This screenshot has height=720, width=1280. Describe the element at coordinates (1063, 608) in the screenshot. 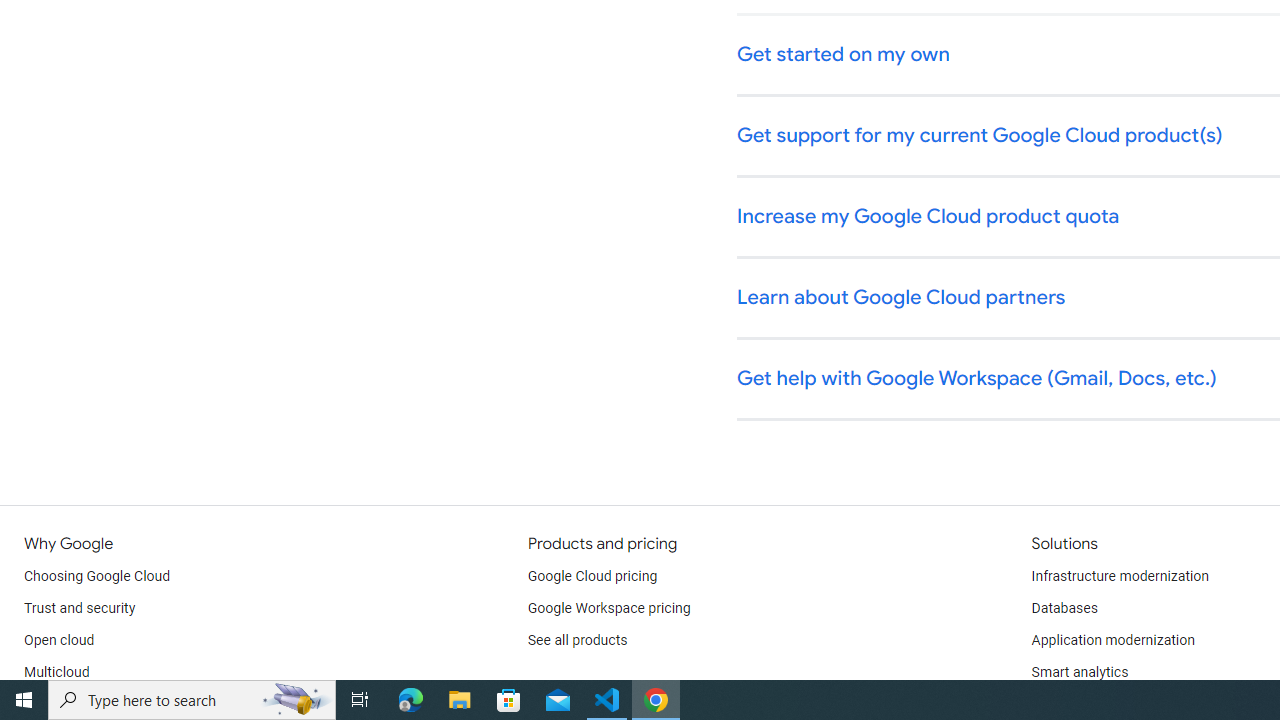

I see `'Databases'` at that location.